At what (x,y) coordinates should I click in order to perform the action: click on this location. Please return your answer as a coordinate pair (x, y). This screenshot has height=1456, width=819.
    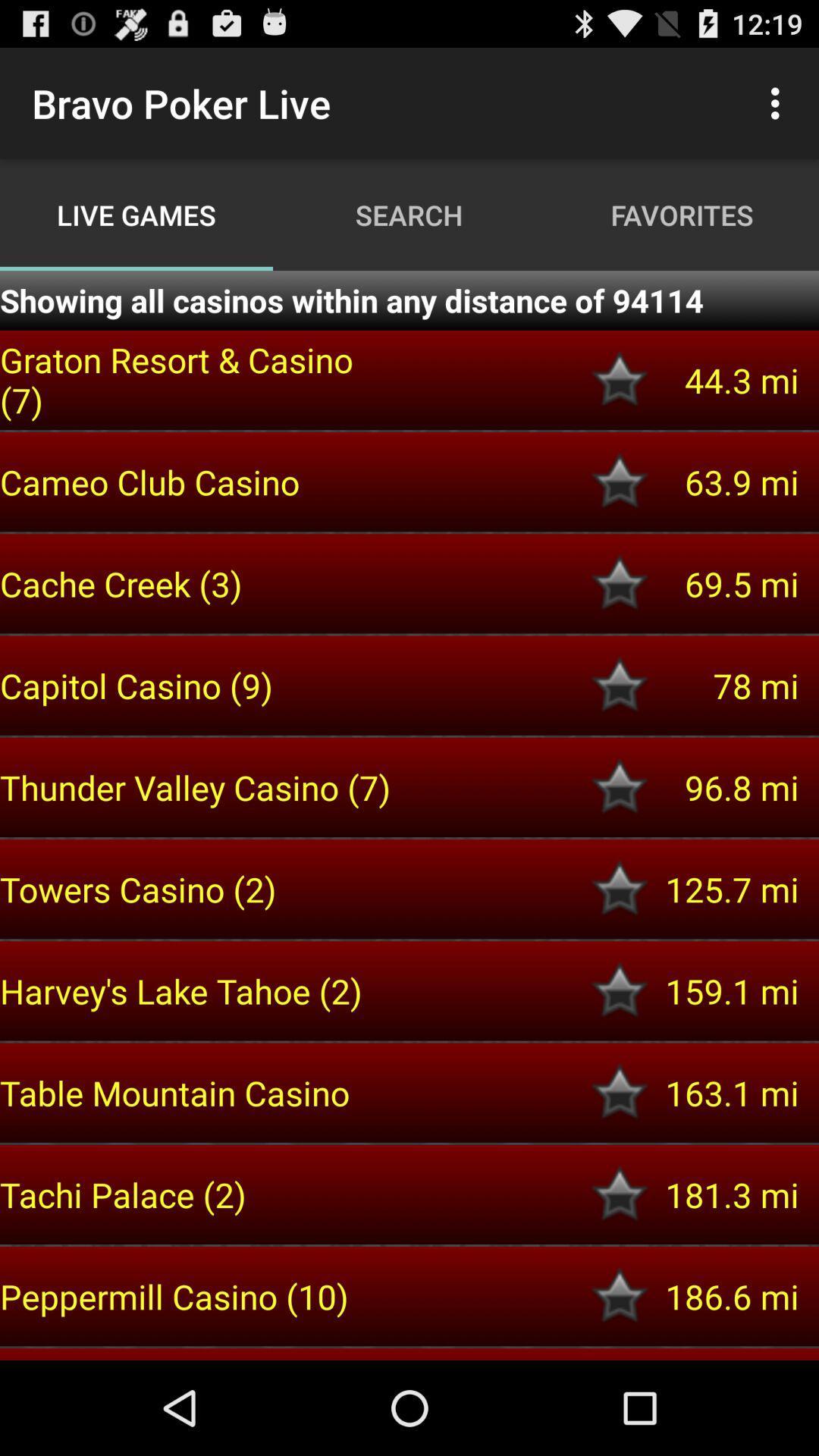
    Looking at the image, I should click on (620, 990).